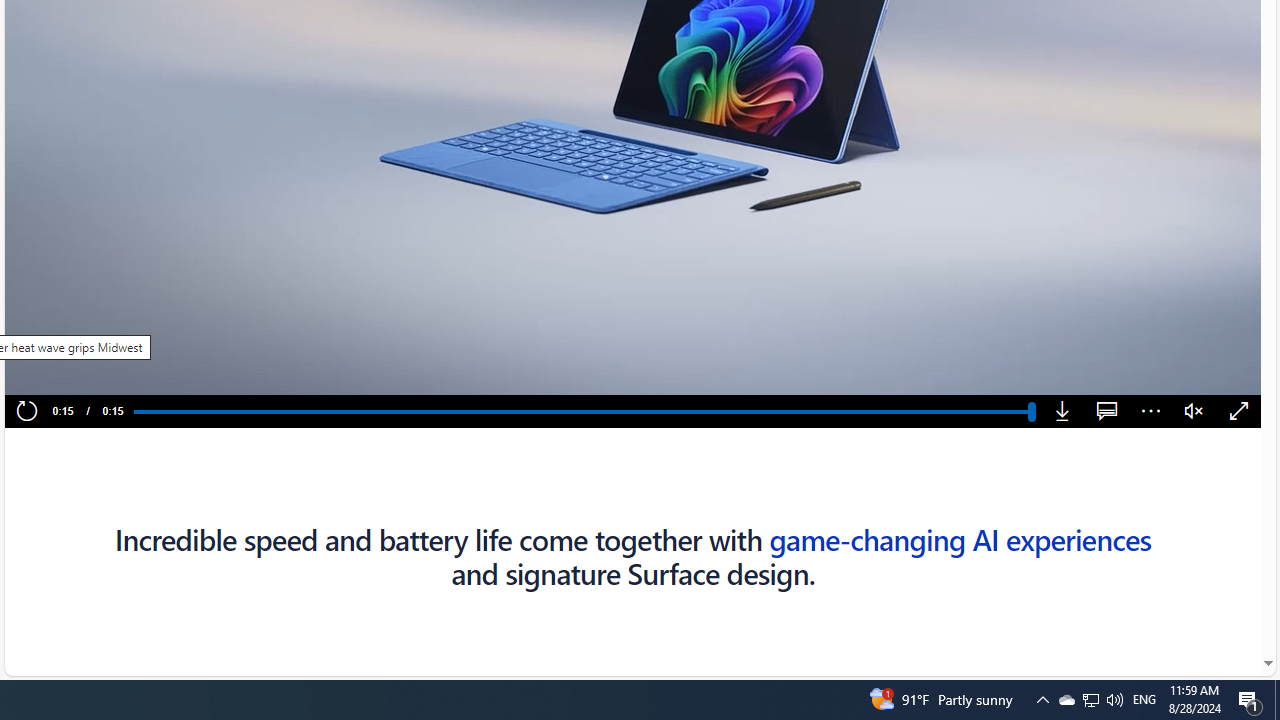 The width and height of the screenshot is (1280, 720). Describe the element at coordinates (581, 410) in the screenshot. I see `'Progress Bar'` at that location.